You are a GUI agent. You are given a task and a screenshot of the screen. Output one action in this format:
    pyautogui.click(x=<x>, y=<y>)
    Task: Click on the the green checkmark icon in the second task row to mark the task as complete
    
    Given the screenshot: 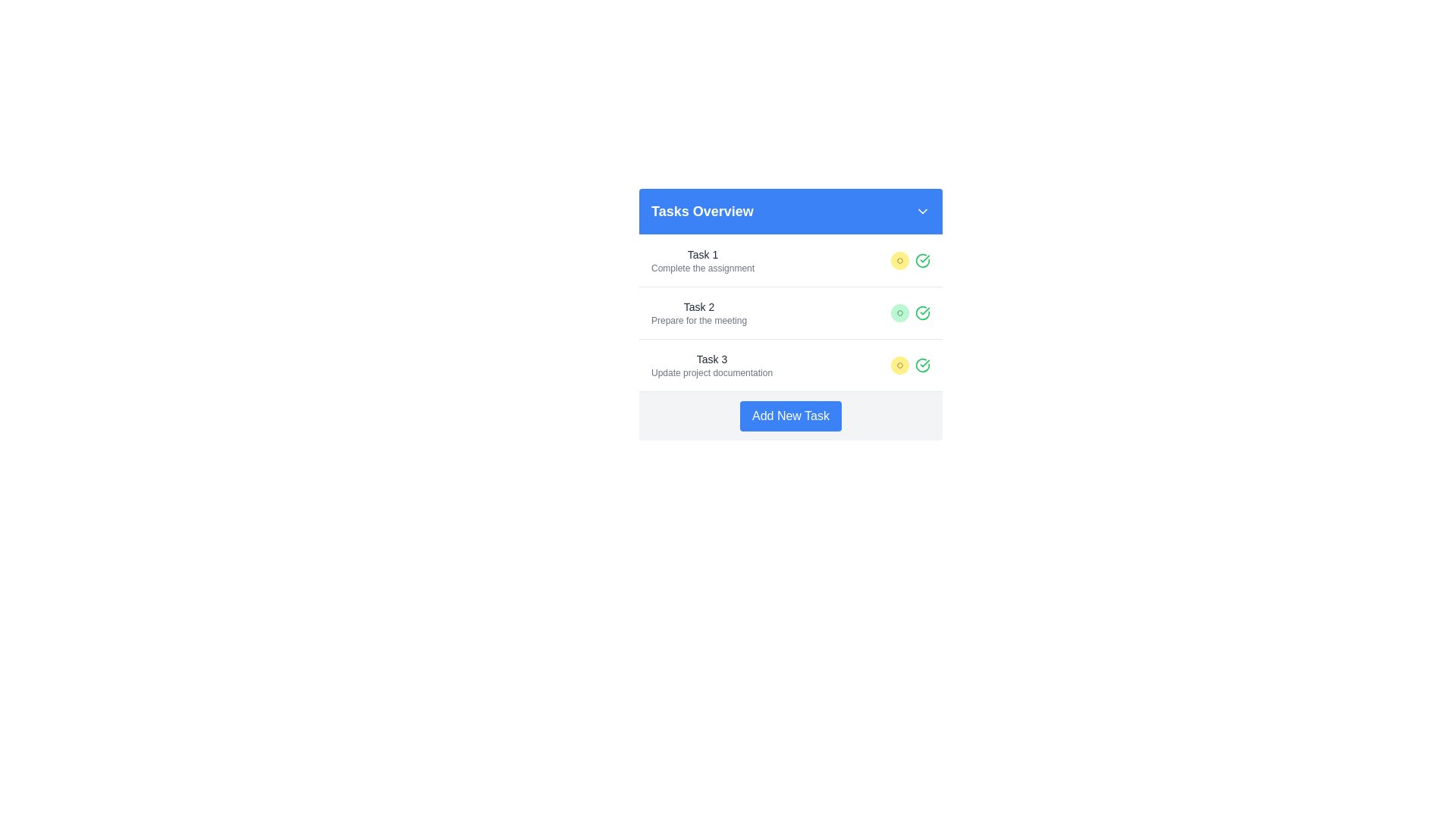 What is the action you would take?
    pyautogui.click(x=922, y=312)
    